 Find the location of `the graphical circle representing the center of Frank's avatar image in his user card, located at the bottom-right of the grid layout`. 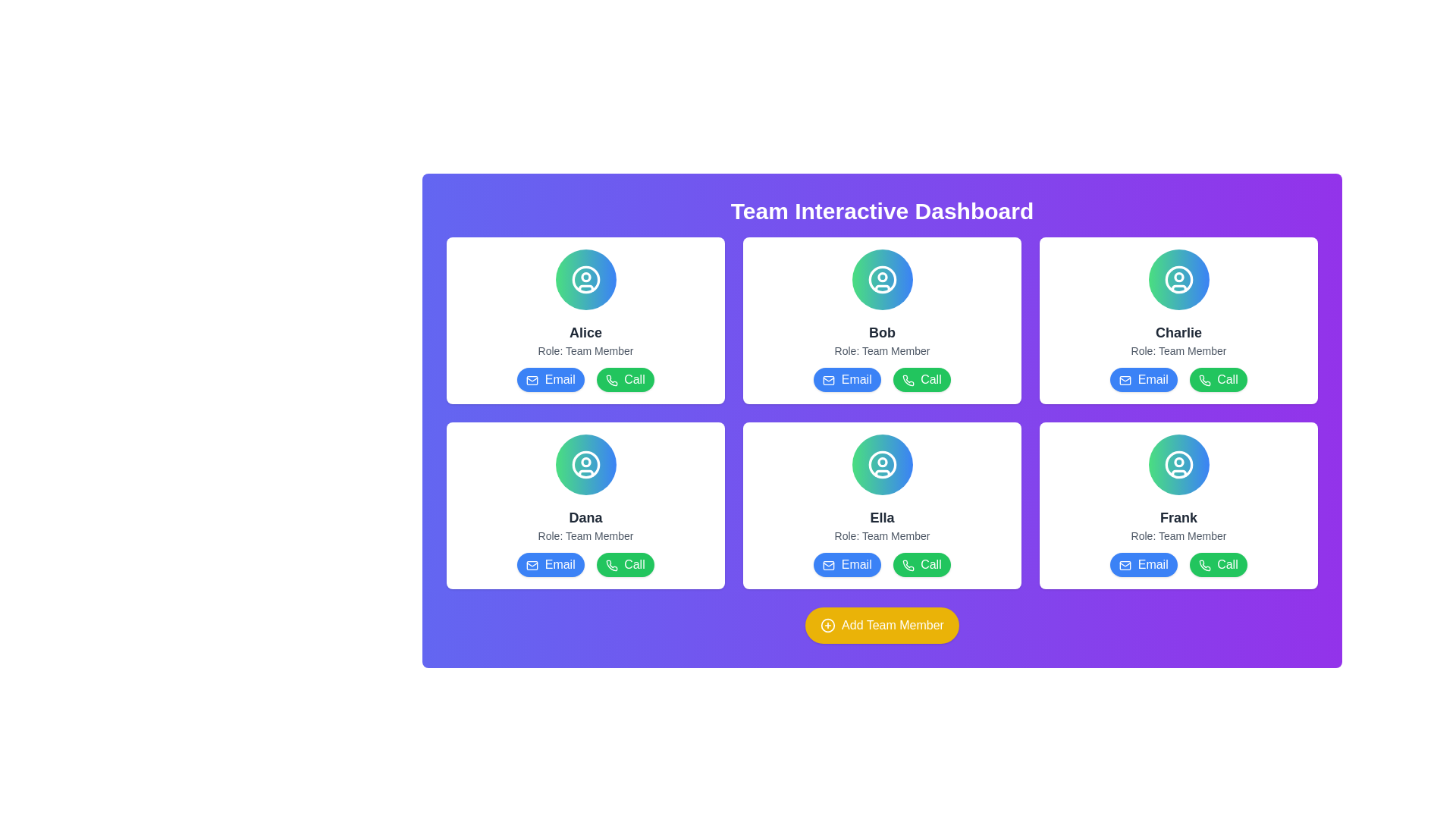

the graphical circle representing the center of Frank's avatar image in his user card, located at the bottom-right of the grid layout is located at coordinates (1178, 461).